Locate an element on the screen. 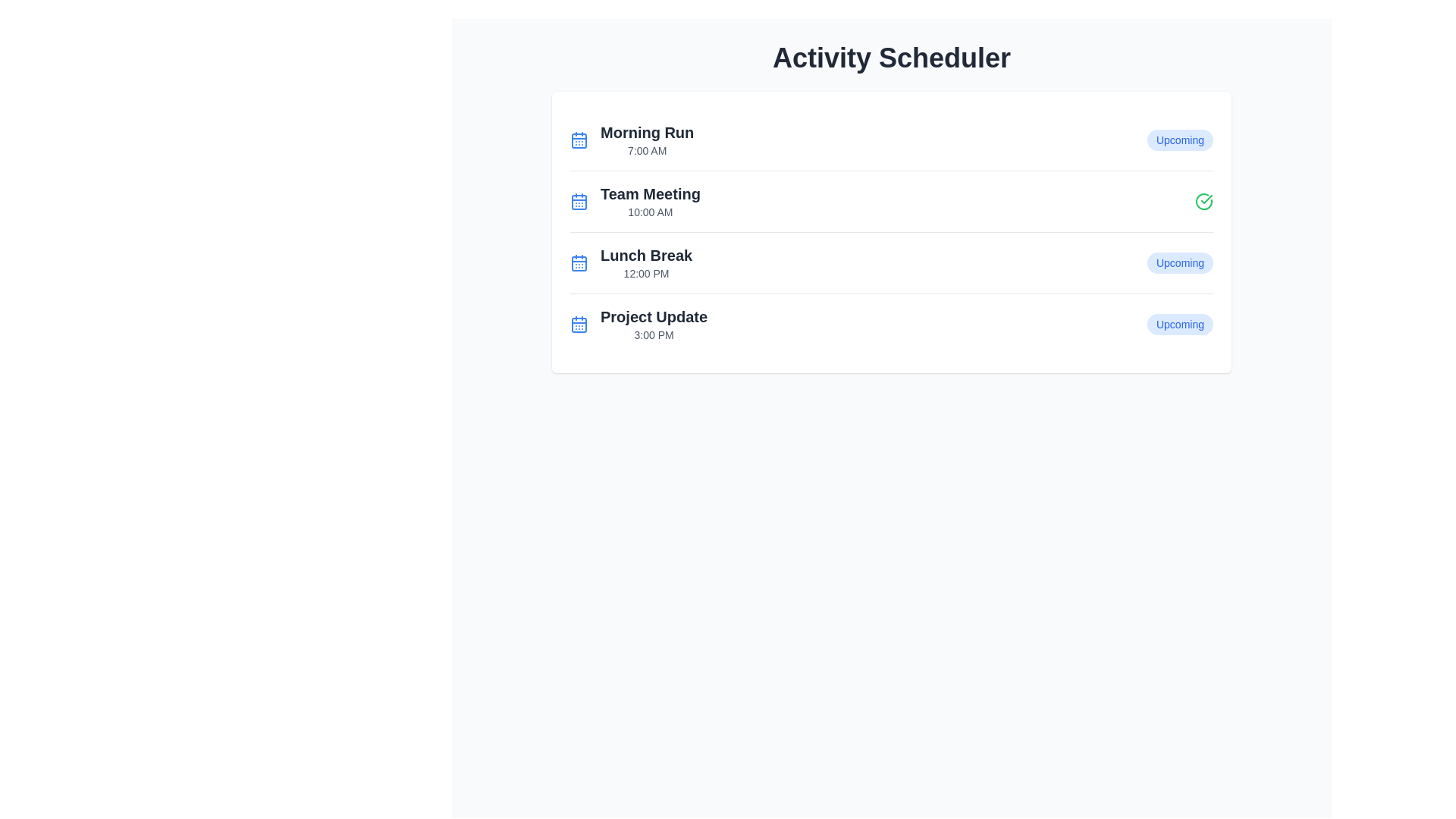 The height and width of the screenshot is (819, 1456). information displayed in the text display element which shows 'Lunch Break' and '12:00 PM' in a schedule list is located at coordinates (646, 262).